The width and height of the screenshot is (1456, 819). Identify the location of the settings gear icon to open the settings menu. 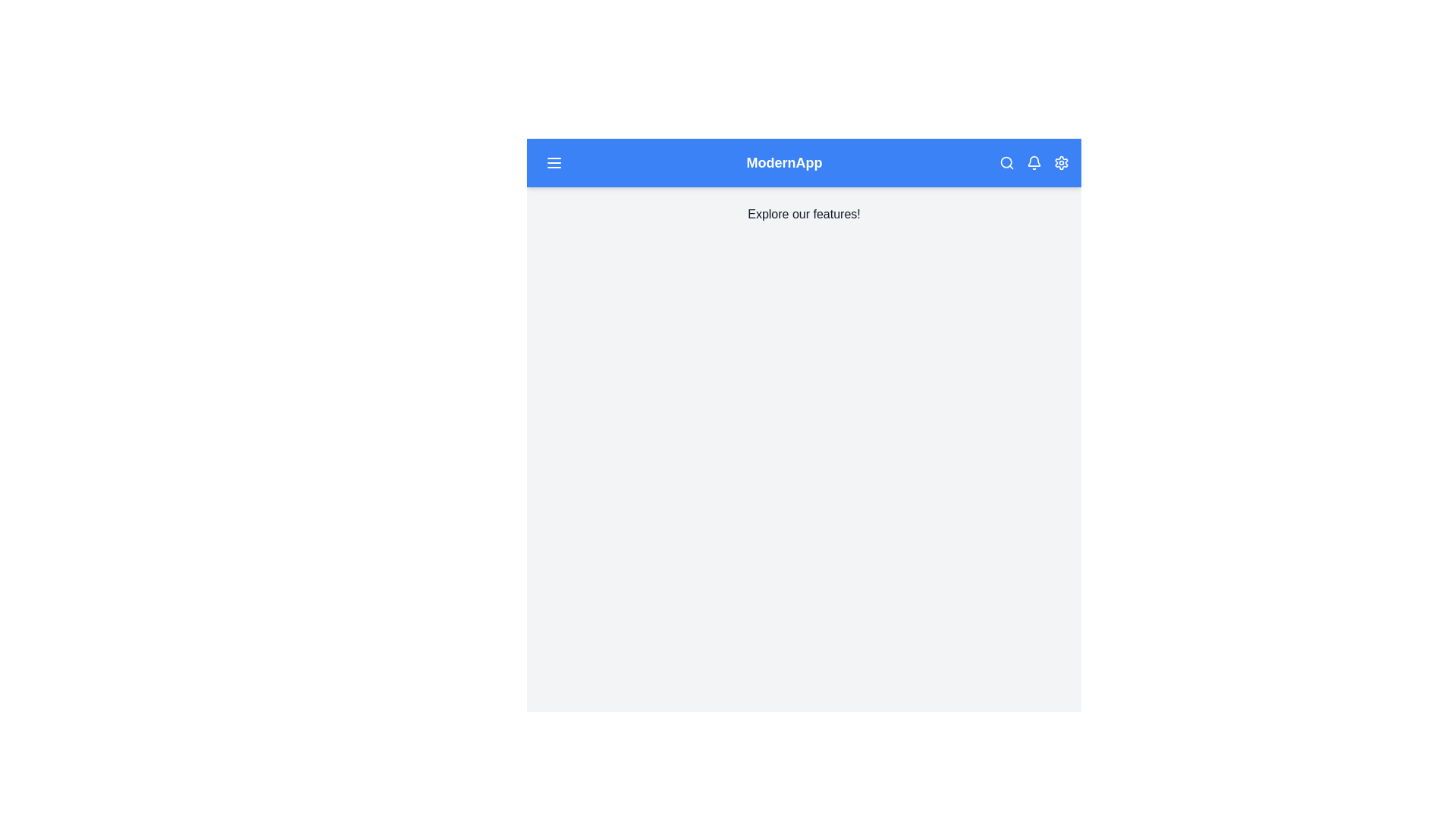
(1061, 163).